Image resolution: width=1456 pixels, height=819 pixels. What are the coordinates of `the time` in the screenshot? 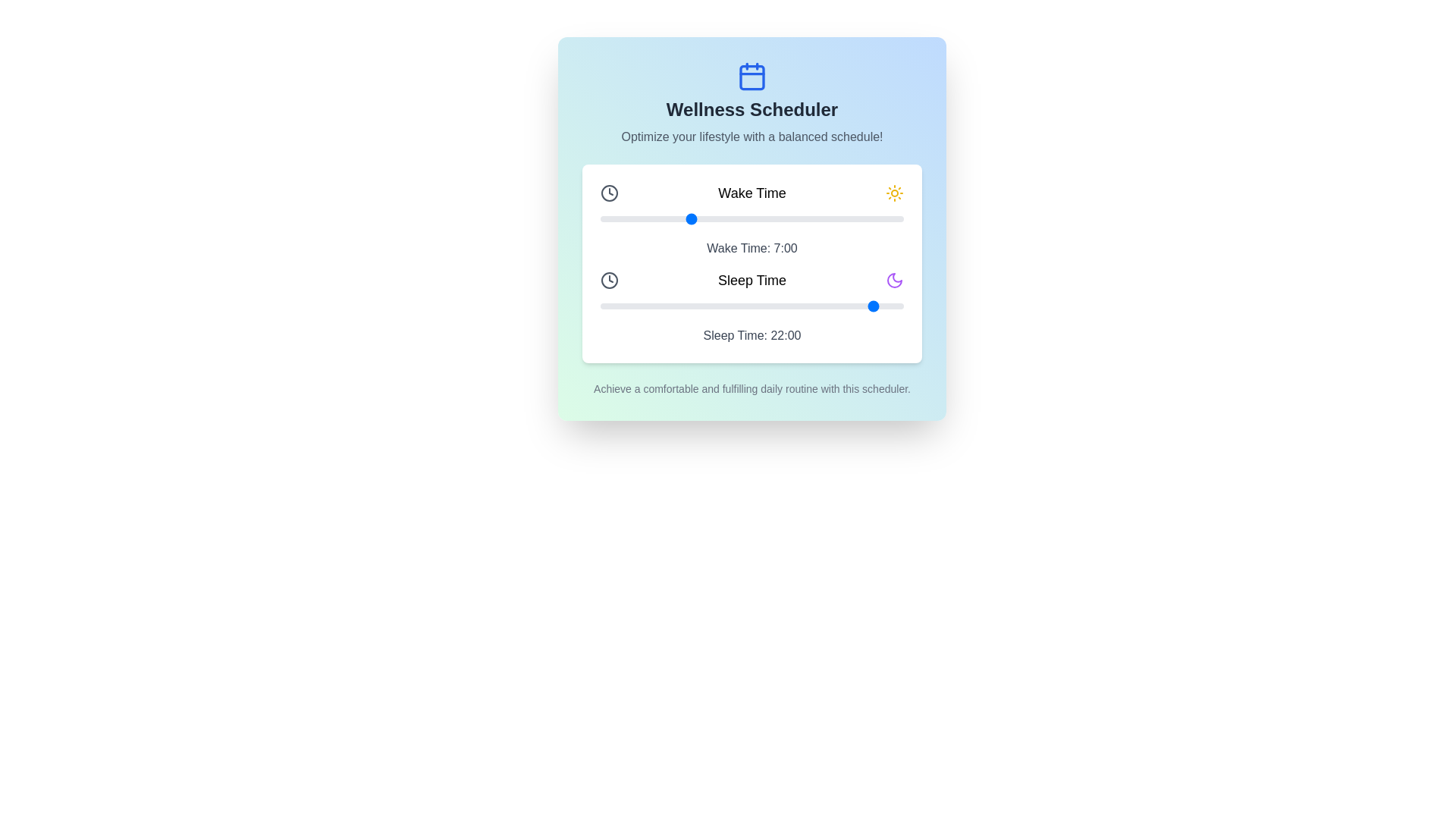 It's located at (789, 306).